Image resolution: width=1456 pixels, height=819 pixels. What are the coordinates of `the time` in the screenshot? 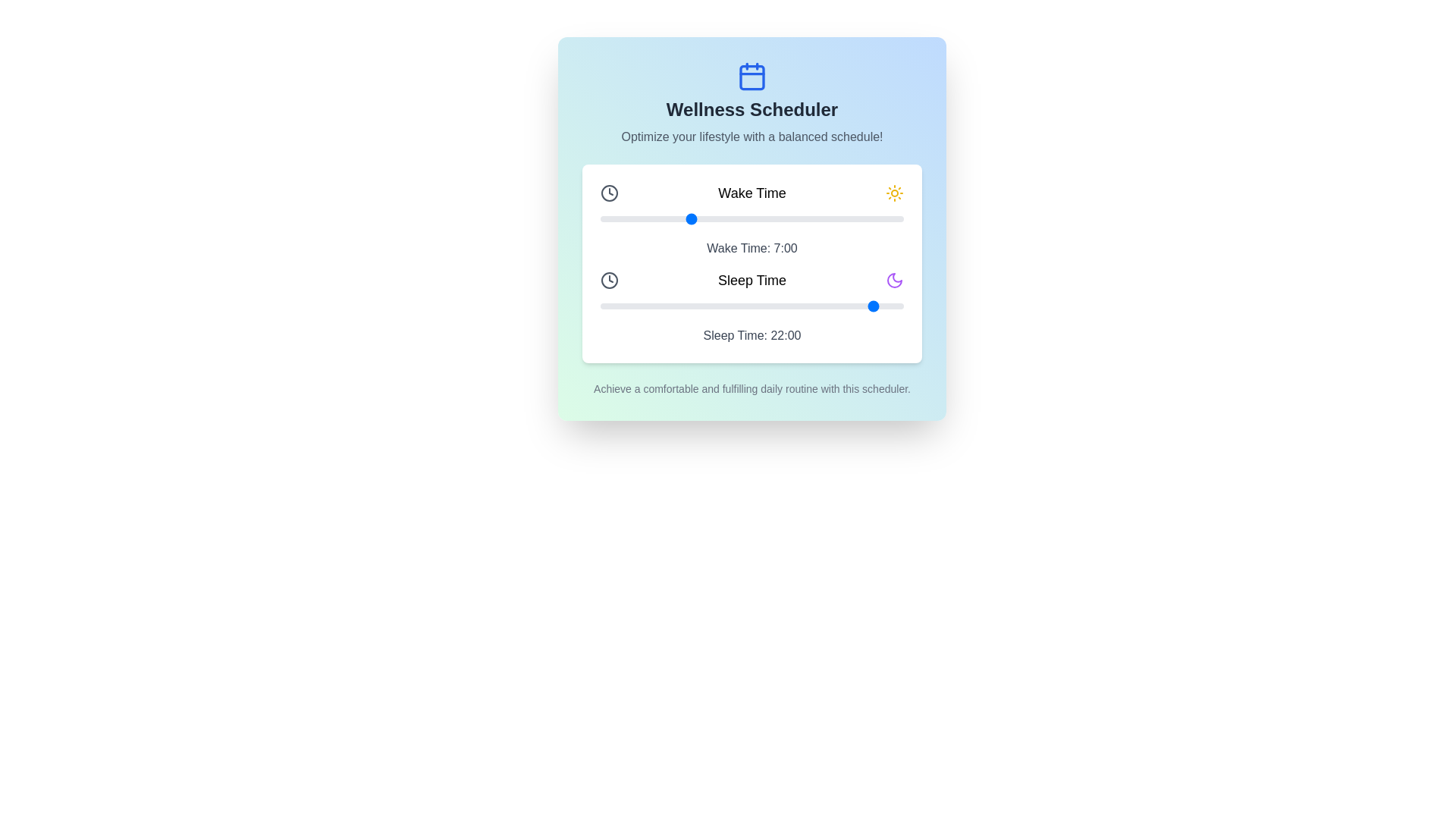 It's located at (789, 306).